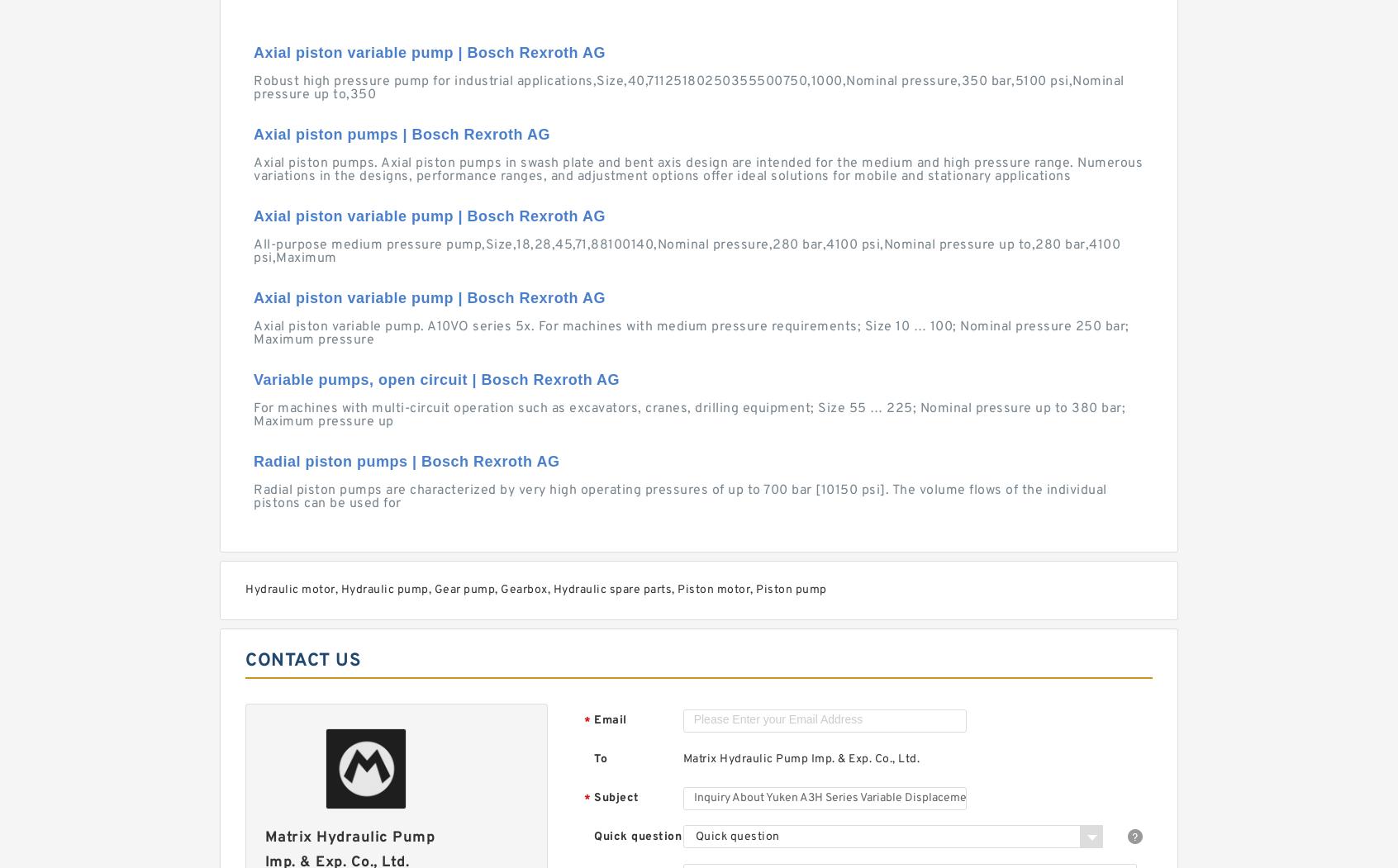 The image size is (1398, 868). I want to click on 'Contact Us', so click(302, 660).